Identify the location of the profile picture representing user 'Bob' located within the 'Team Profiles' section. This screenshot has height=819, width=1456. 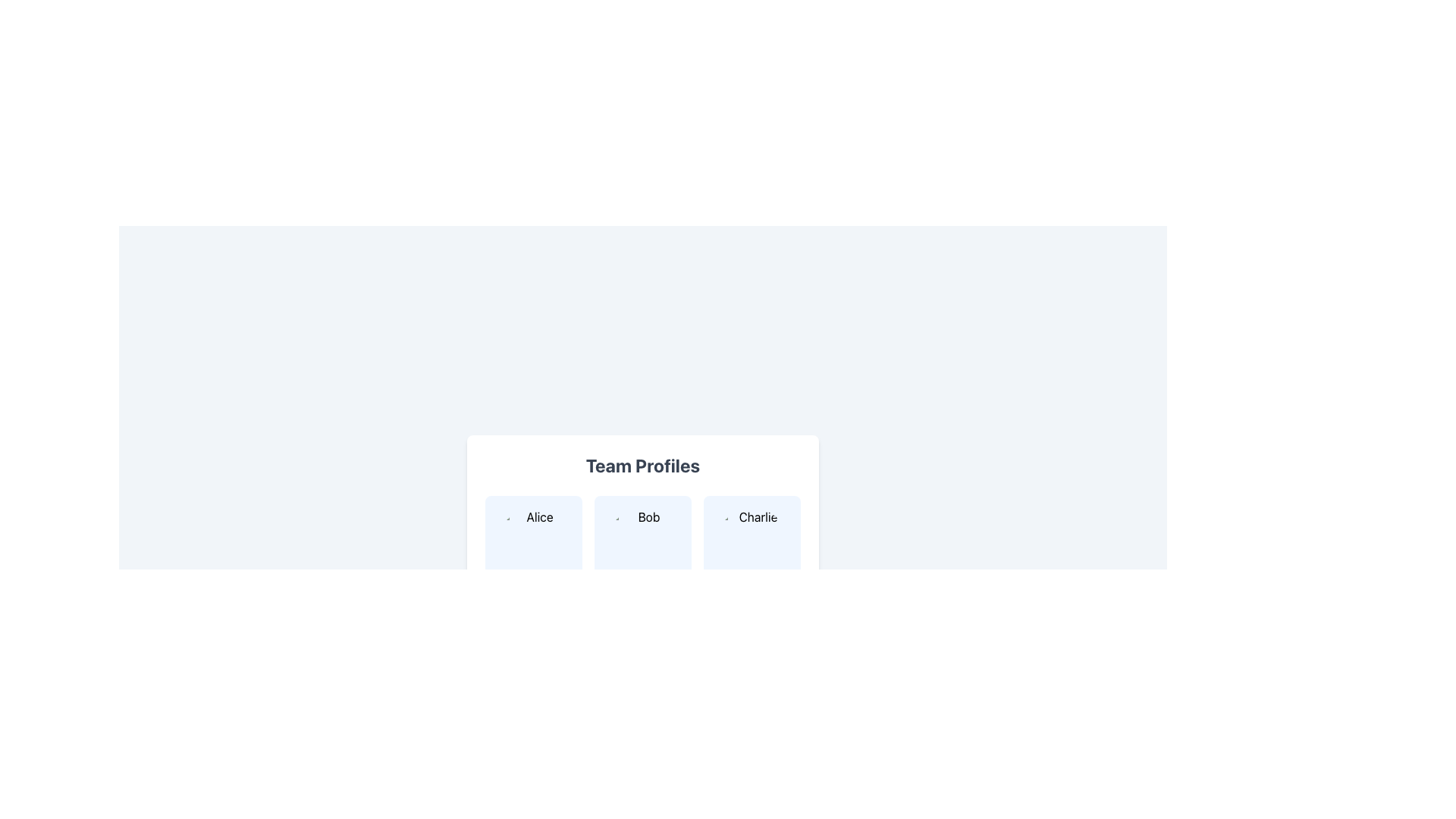
(643, 543).